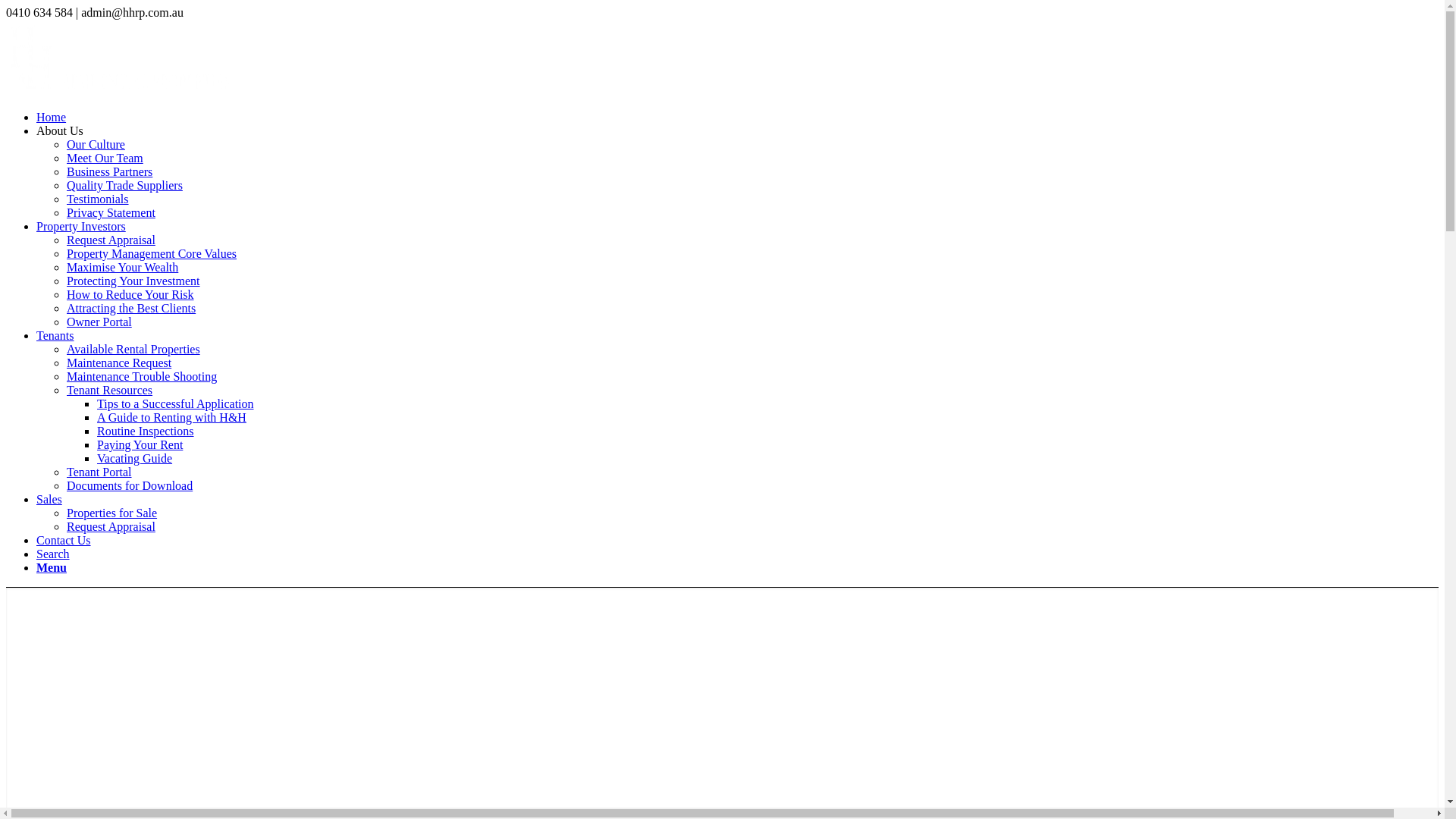  What do you see at coordinates (110, 239) in the screenshot?
I see `'Request Appraisal'` at bounding box center [110, 239].